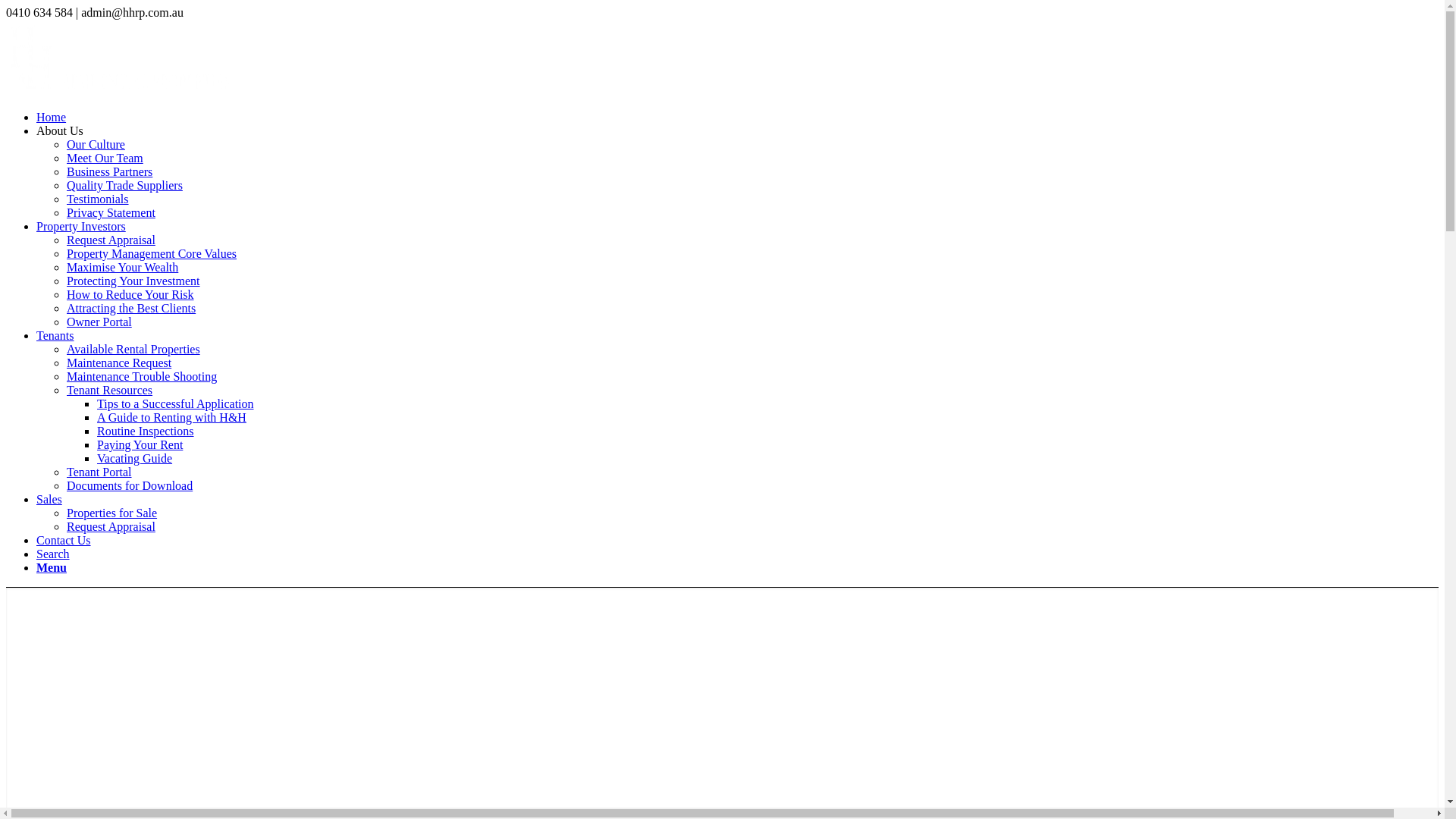  What do you see at coordinates (110, 239) in the screenshot?
I see `'Request Appraisal'` at bounding box center [110, 239].